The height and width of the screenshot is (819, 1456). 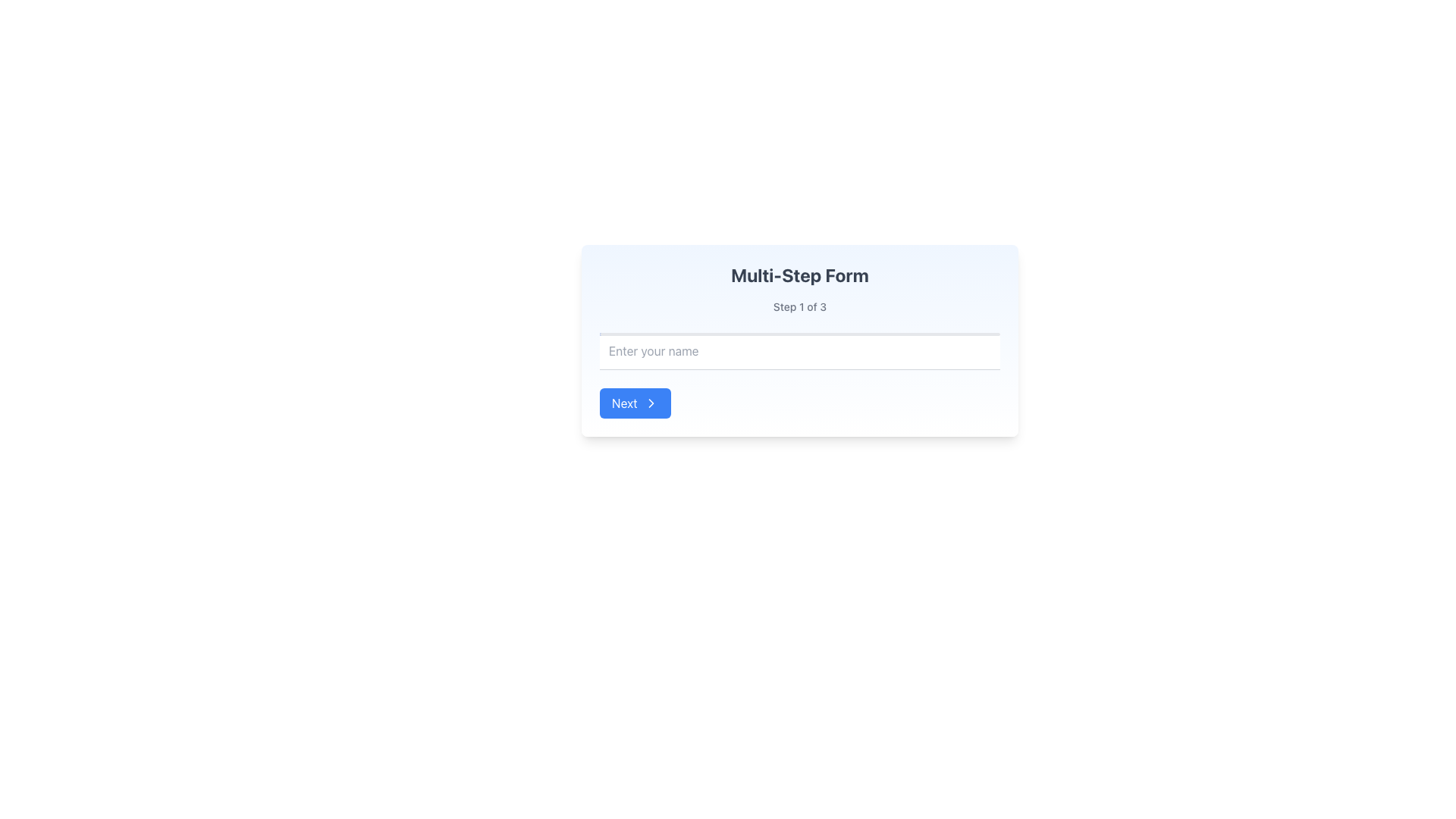 I want to click on the filled portion of the progress bar segment in the multi-step form to indicate progress, so click(x=666, y=333).